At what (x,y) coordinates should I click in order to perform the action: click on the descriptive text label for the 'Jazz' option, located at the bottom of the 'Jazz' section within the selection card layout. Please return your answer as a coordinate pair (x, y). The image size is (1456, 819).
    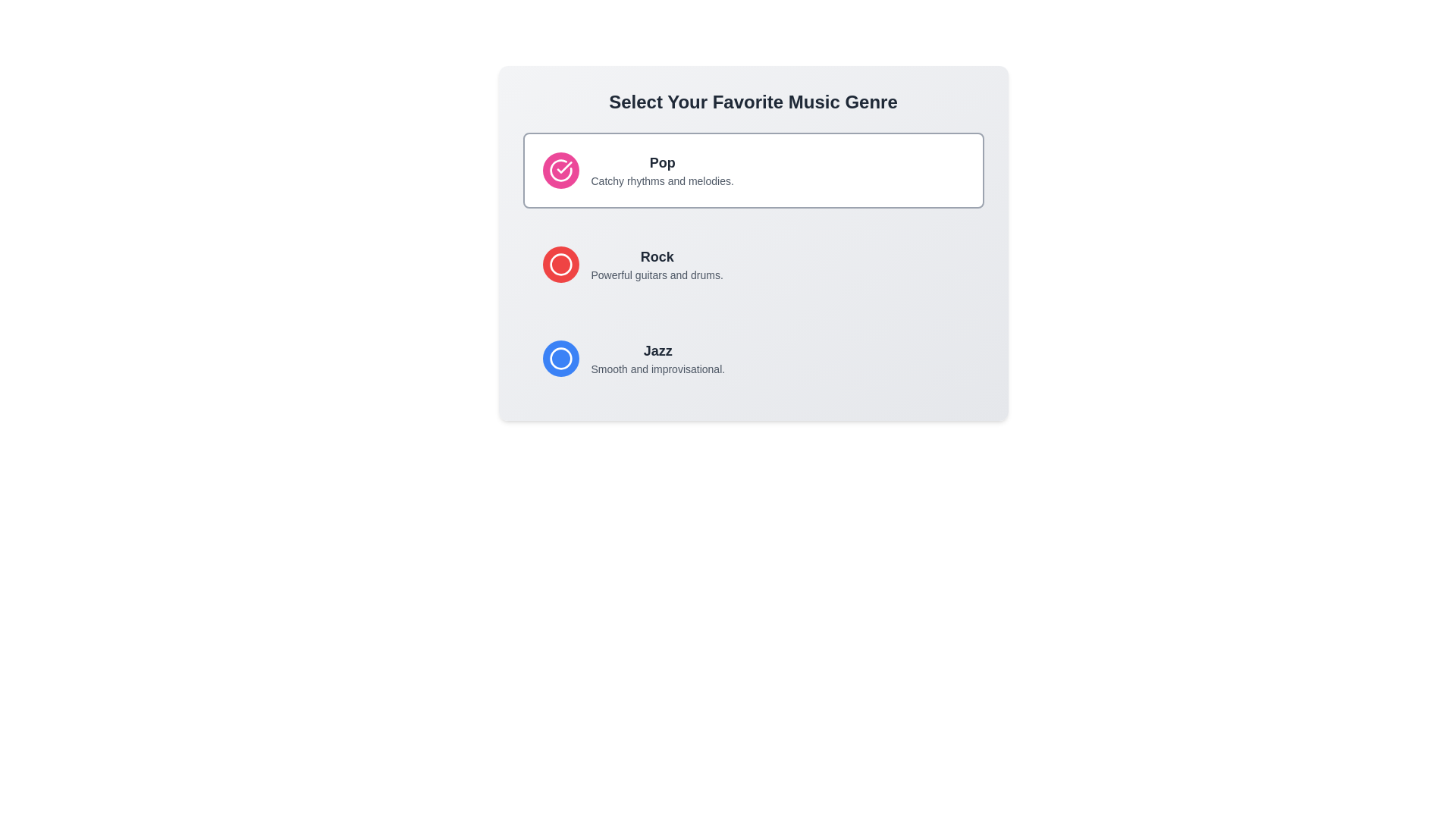
    Looking at the image, I should click on (657, 369).